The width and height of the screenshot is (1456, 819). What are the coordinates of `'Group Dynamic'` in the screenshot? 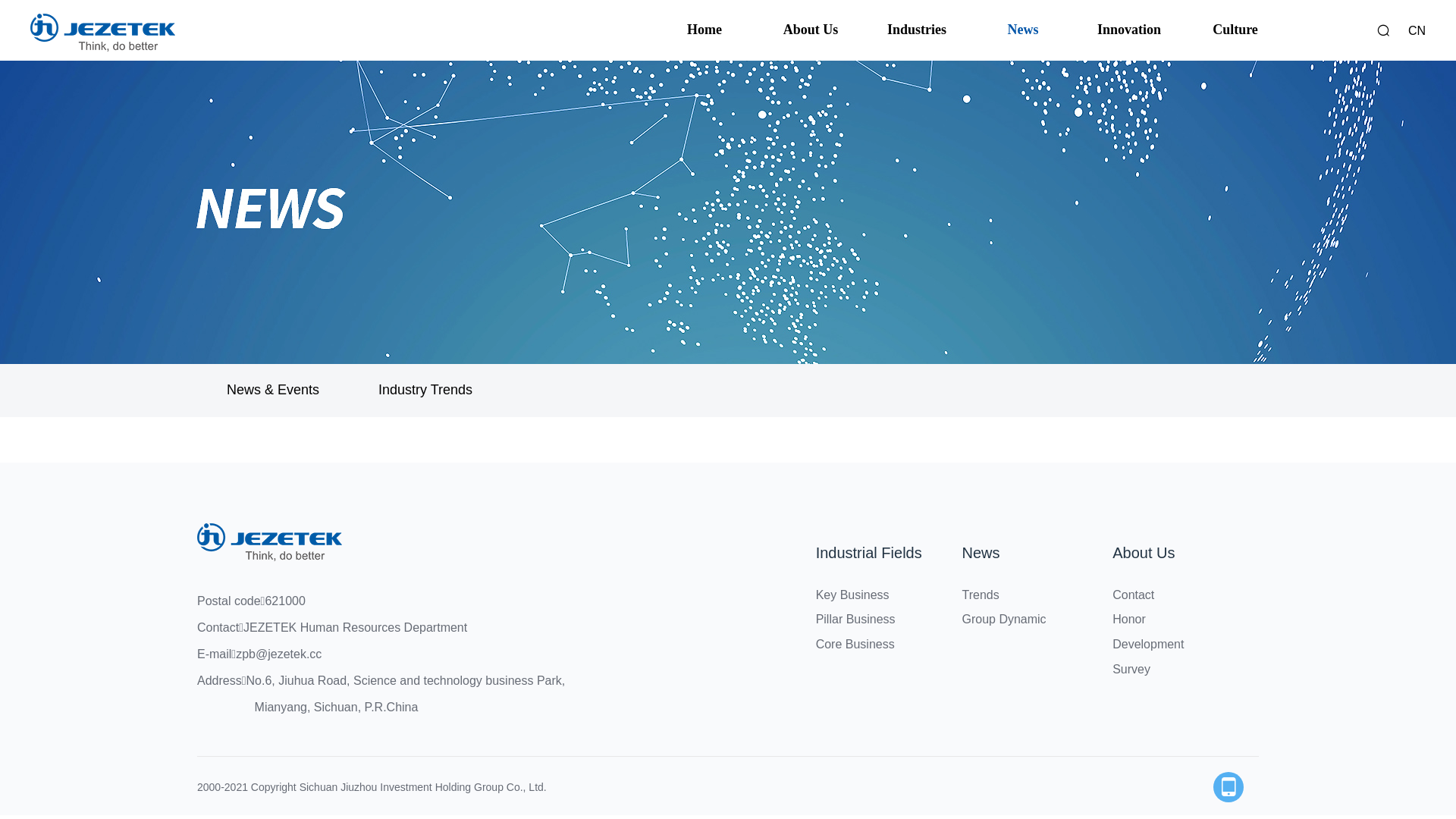 It's located at (1003, 619).